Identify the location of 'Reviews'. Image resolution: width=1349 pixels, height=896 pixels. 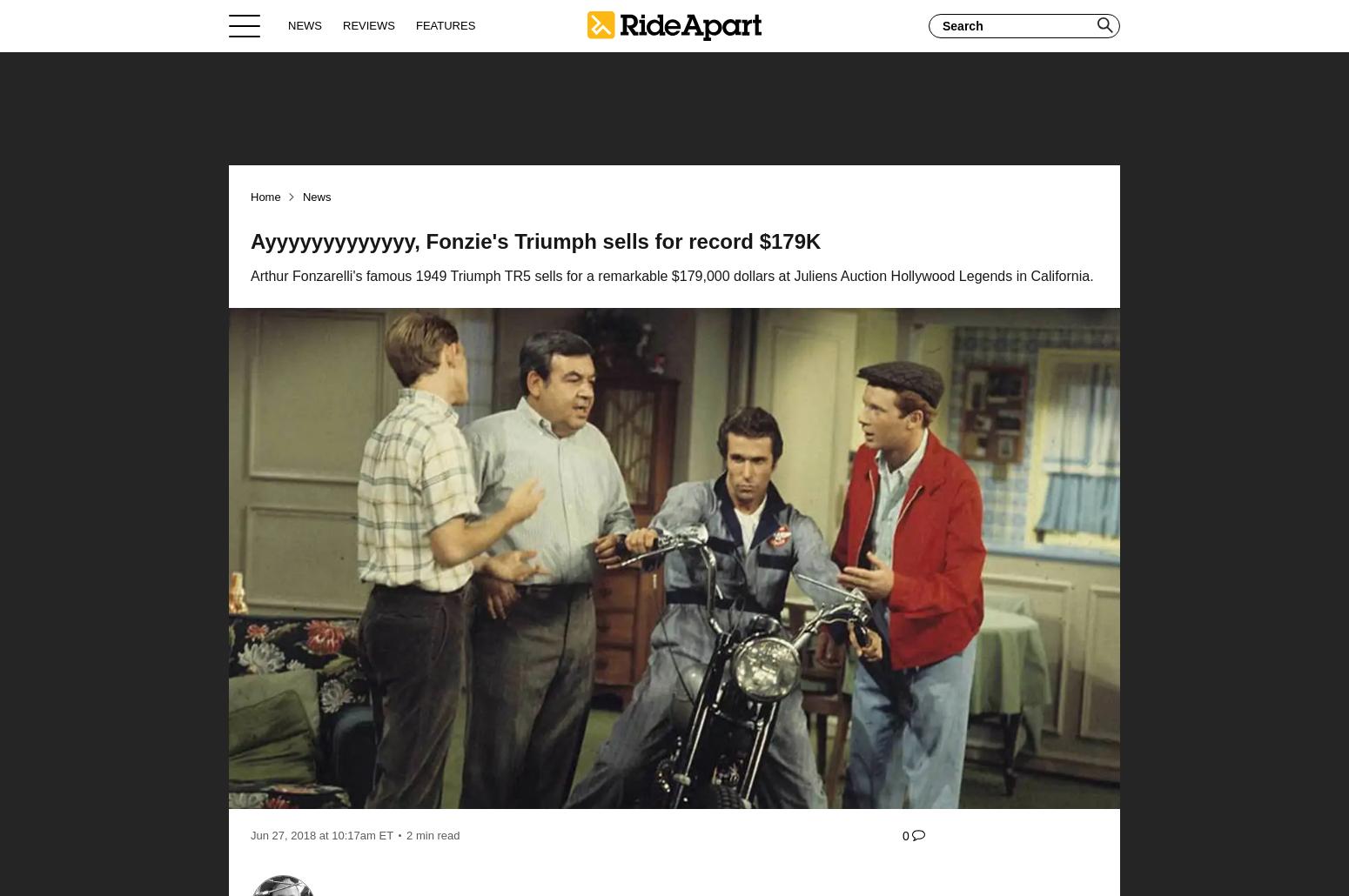
(343, 24).